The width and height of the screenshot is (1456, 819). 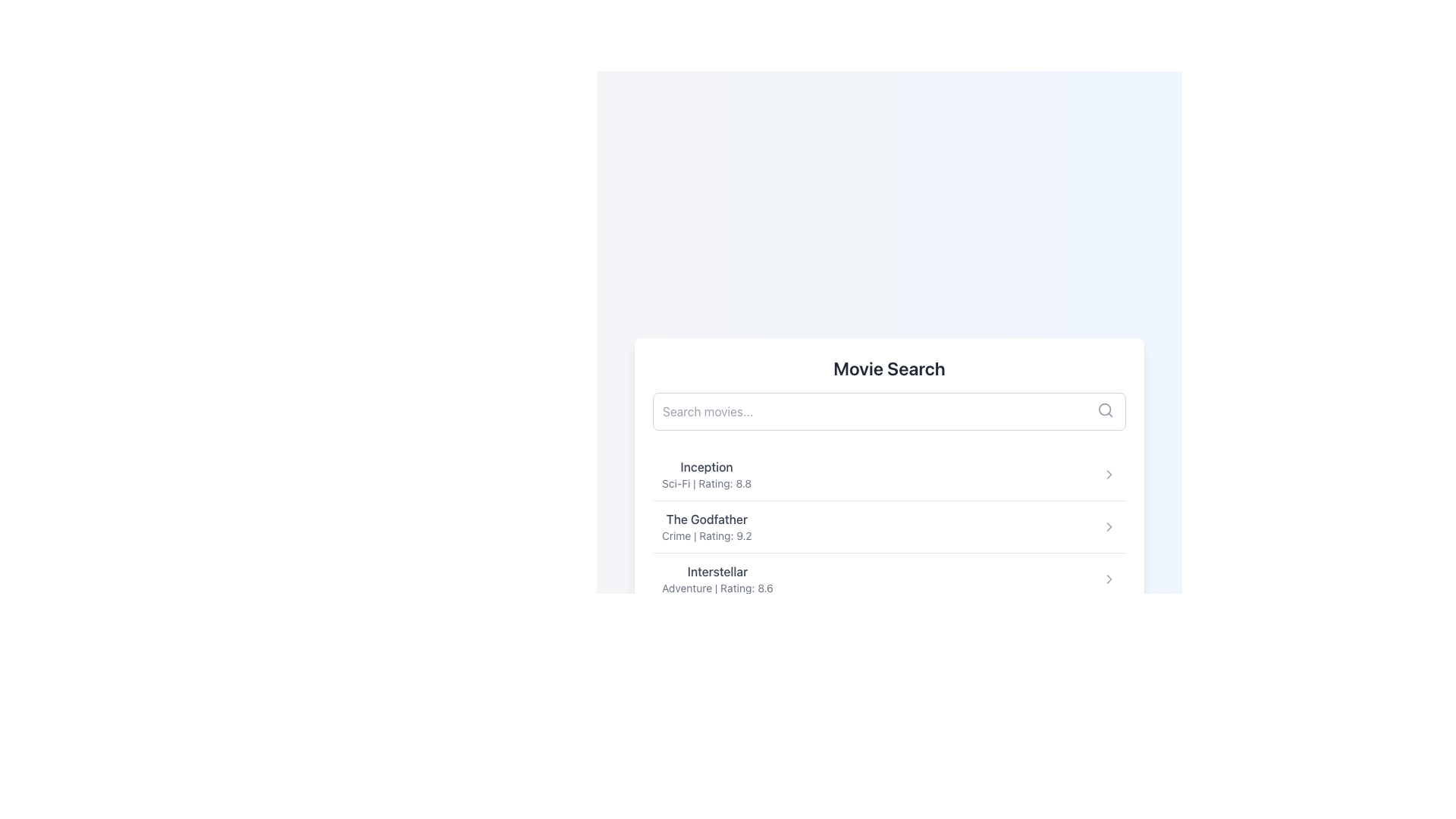 I want to click on the bold text label reading 'Inception', which is styled to stand out and is located at the top of a list just below the search bar in the movie searching interface, so click(x=705, y=466).